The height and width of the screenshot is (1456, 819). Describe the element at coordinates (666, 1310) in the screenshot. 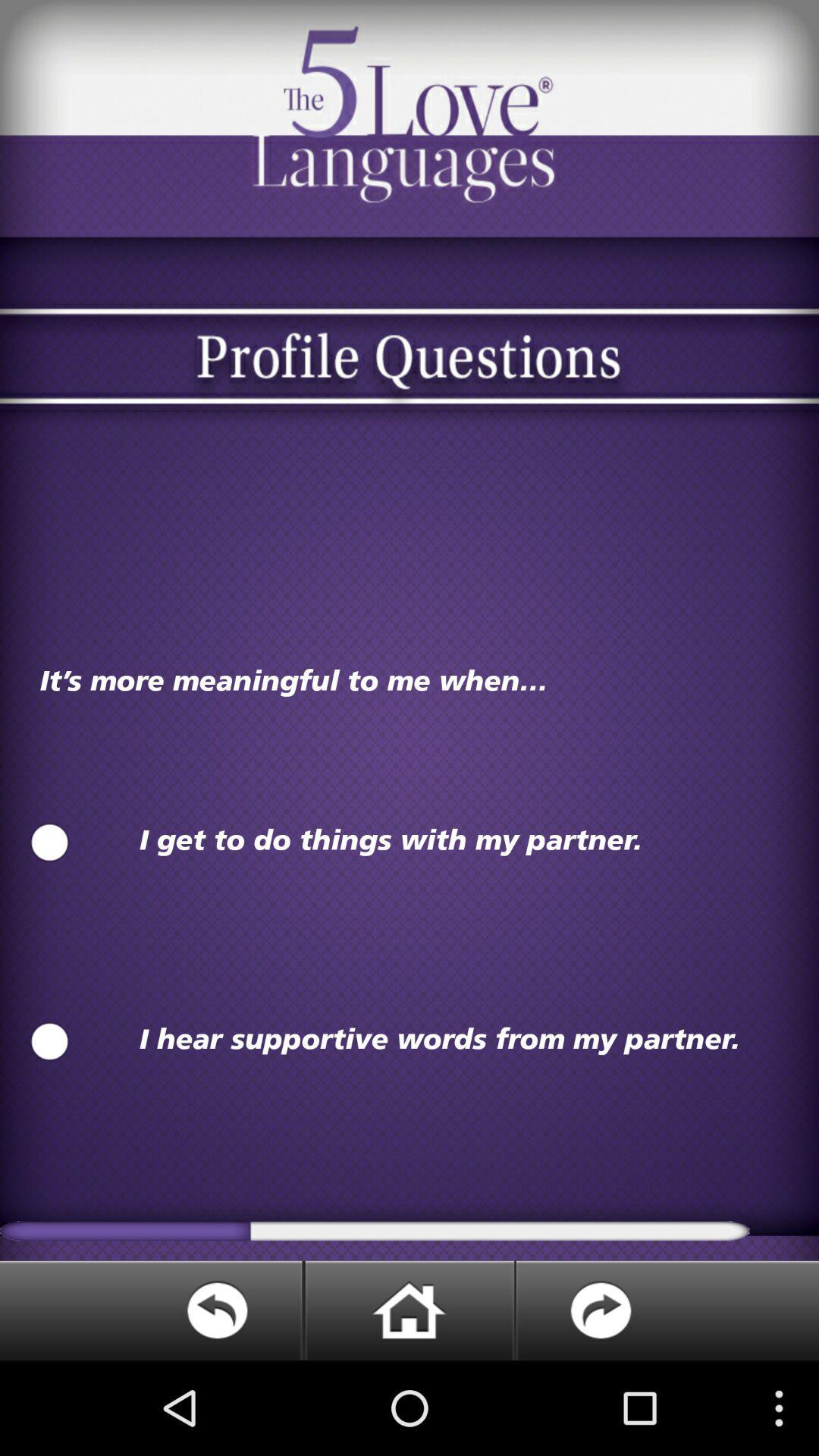

I see `go forward` at that location.